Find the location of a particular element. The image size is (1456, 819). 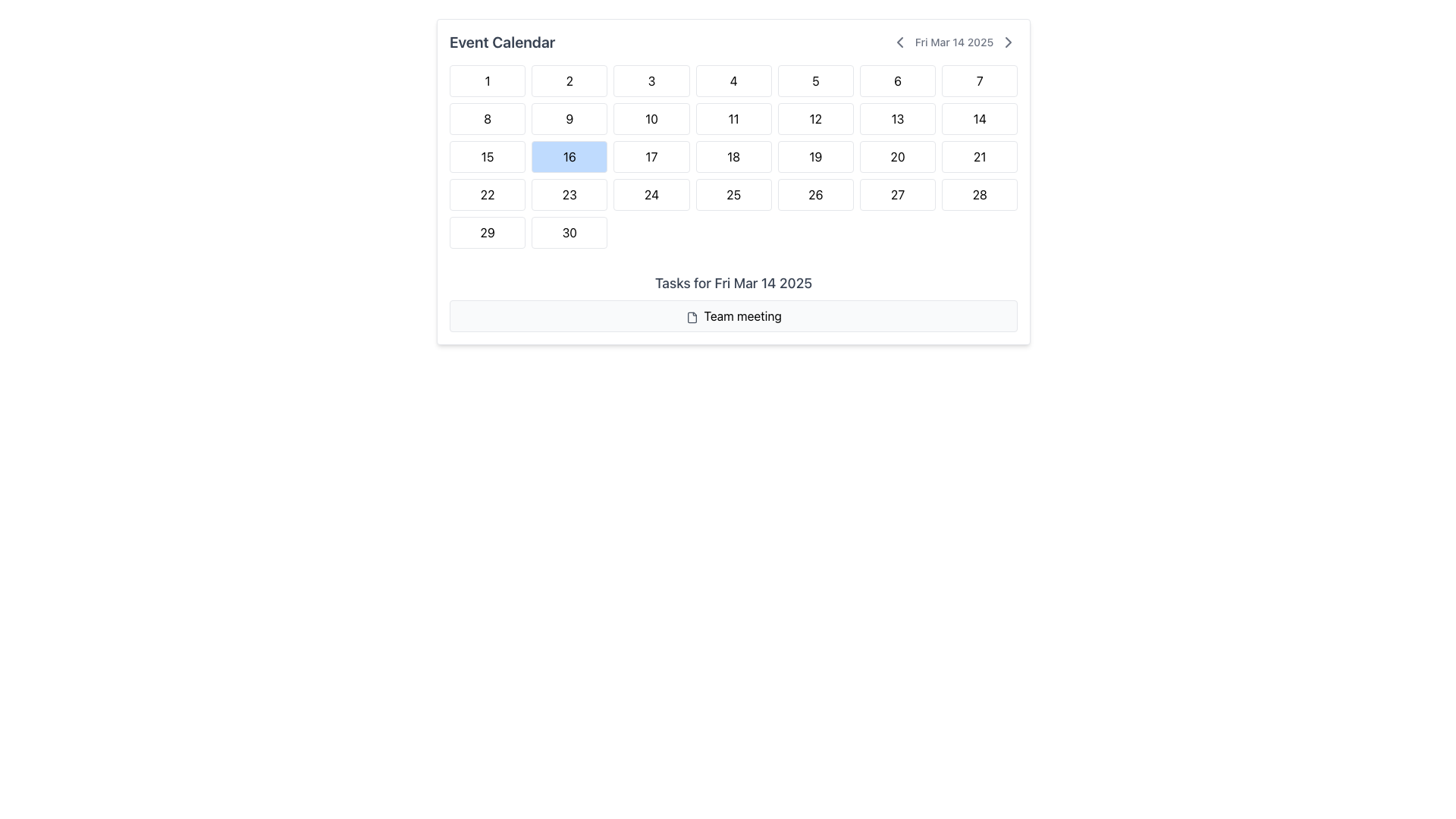

the small chevron-shaped icon forming a right arrow located at the top-right of the interface, adjacent to the date label 'Fri Mar 14 2025' is located at coordinates (1008, 42).